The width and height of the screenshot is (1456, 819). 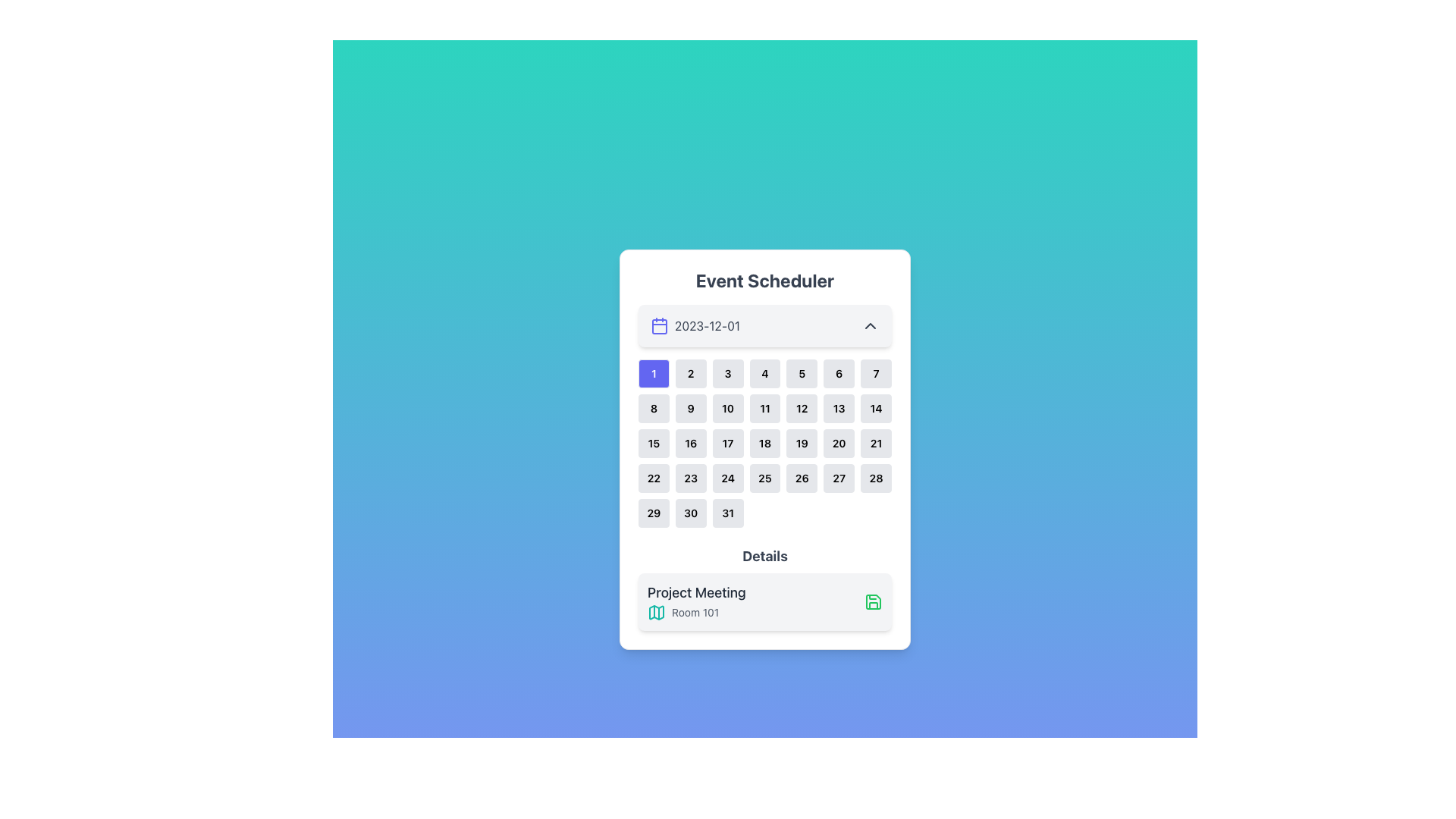 I want to click on the rounded button with a light gray background and black centered text displaying the number '11', so click(x=764, y=408).